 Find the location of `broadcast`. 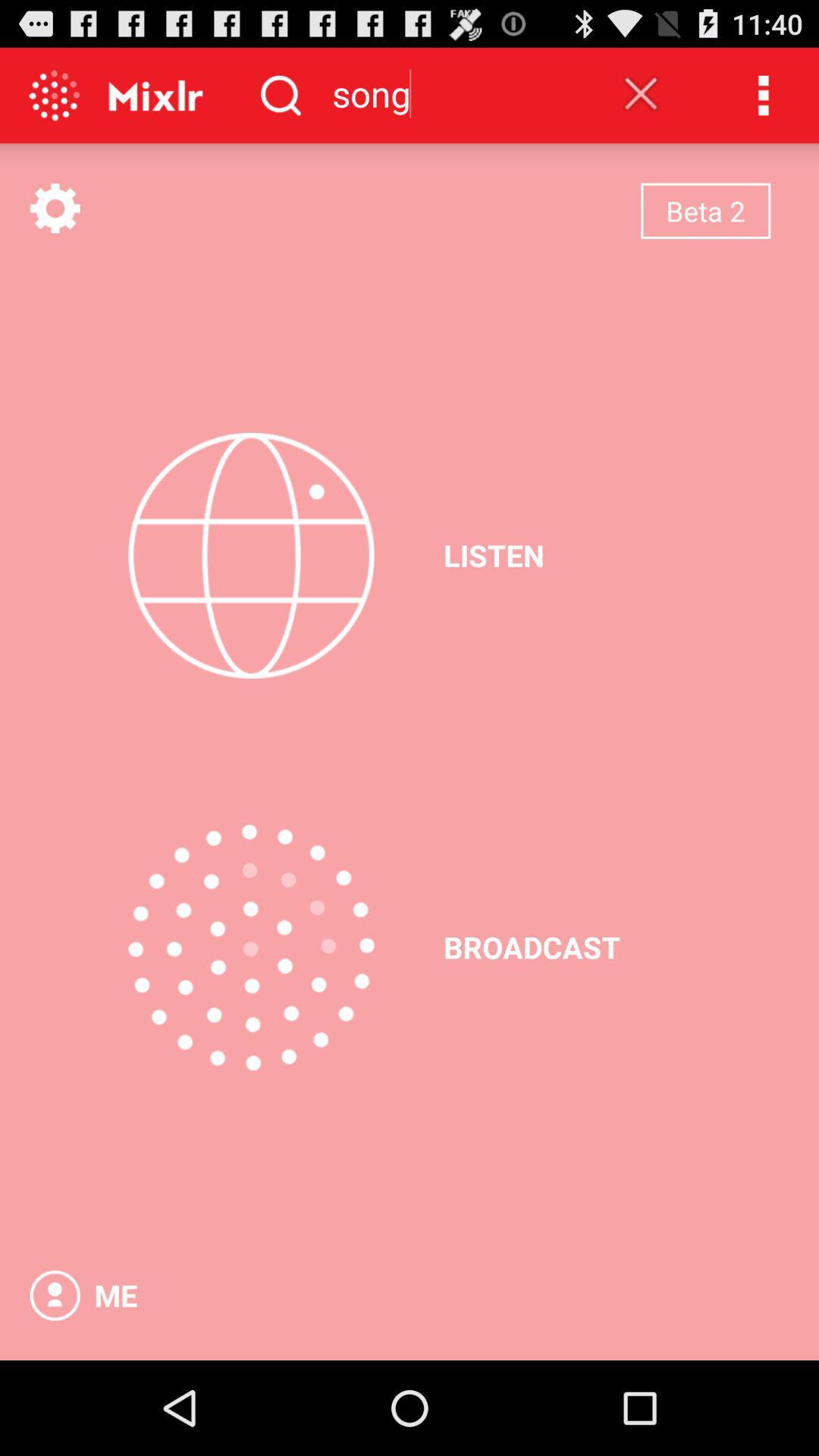

broadcast is located at coordinates (250, 946).